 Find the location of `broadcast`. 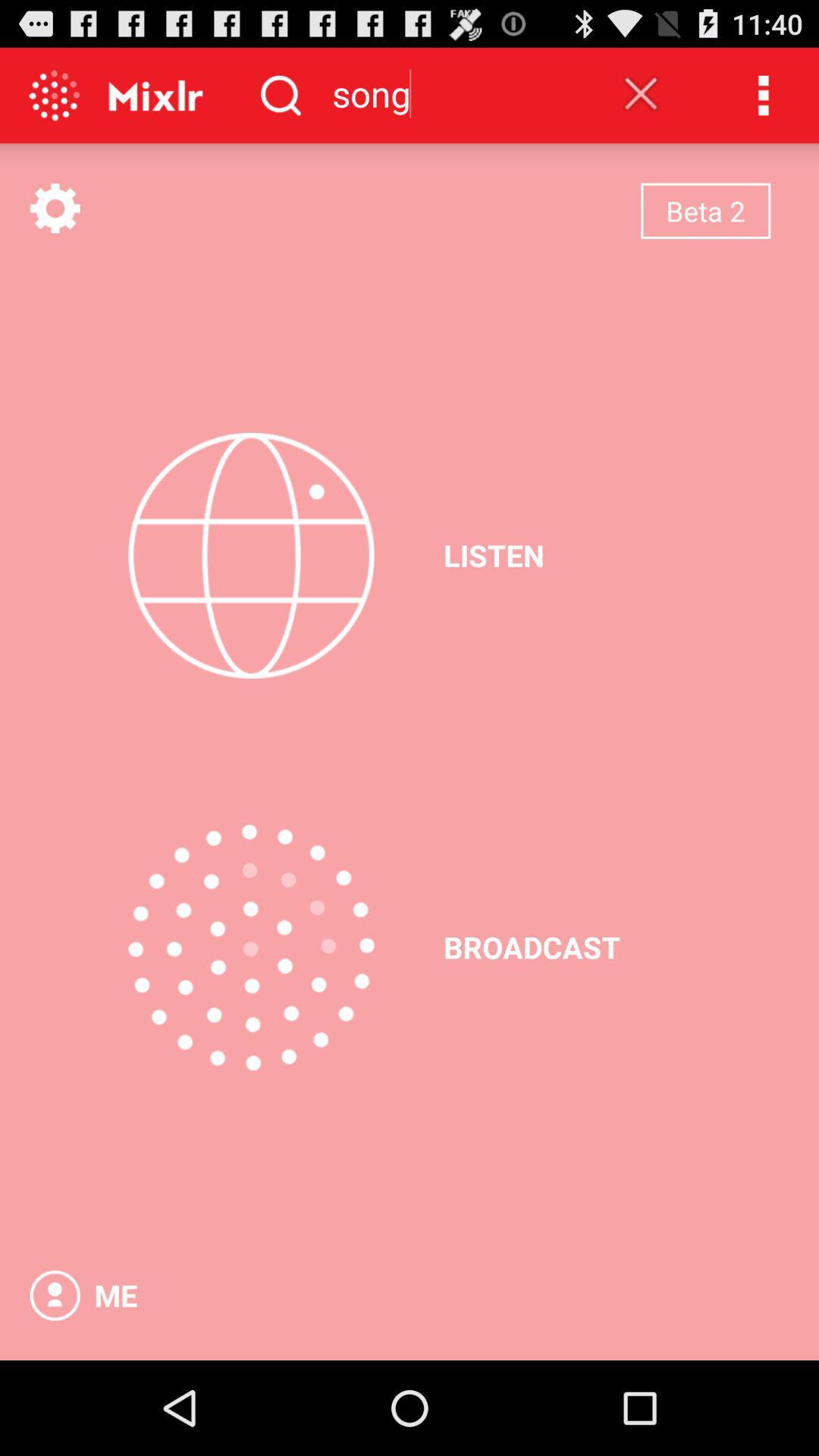

broadcast is located at coordinates (250, 946).